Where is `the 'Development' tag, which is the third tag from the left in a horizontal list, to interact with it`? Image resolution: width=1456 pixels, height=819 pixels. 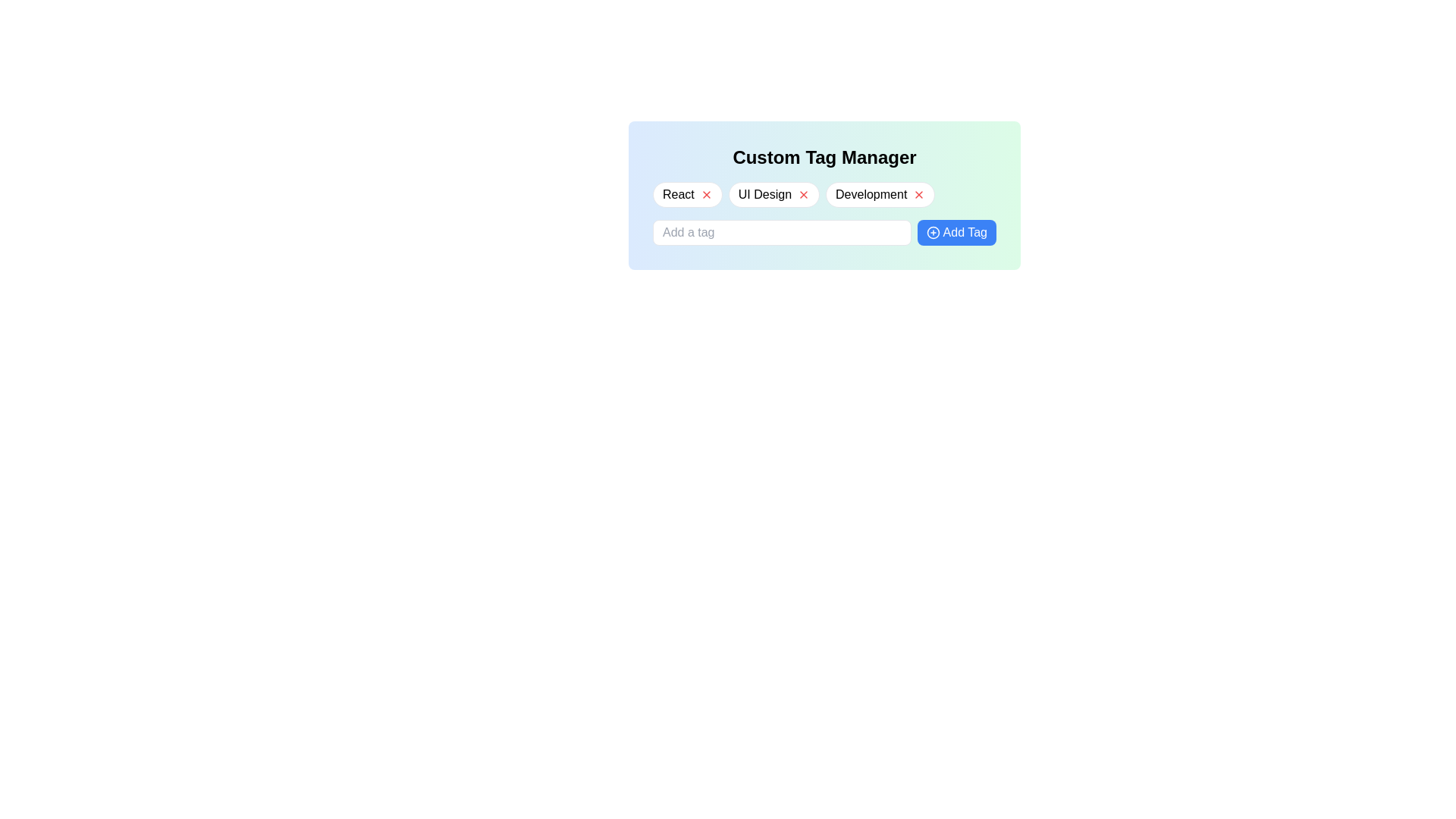
the 'Development' tag, which is the third tag from the left in a horizontal list, to interact with it is located at coordinates (880, 194).